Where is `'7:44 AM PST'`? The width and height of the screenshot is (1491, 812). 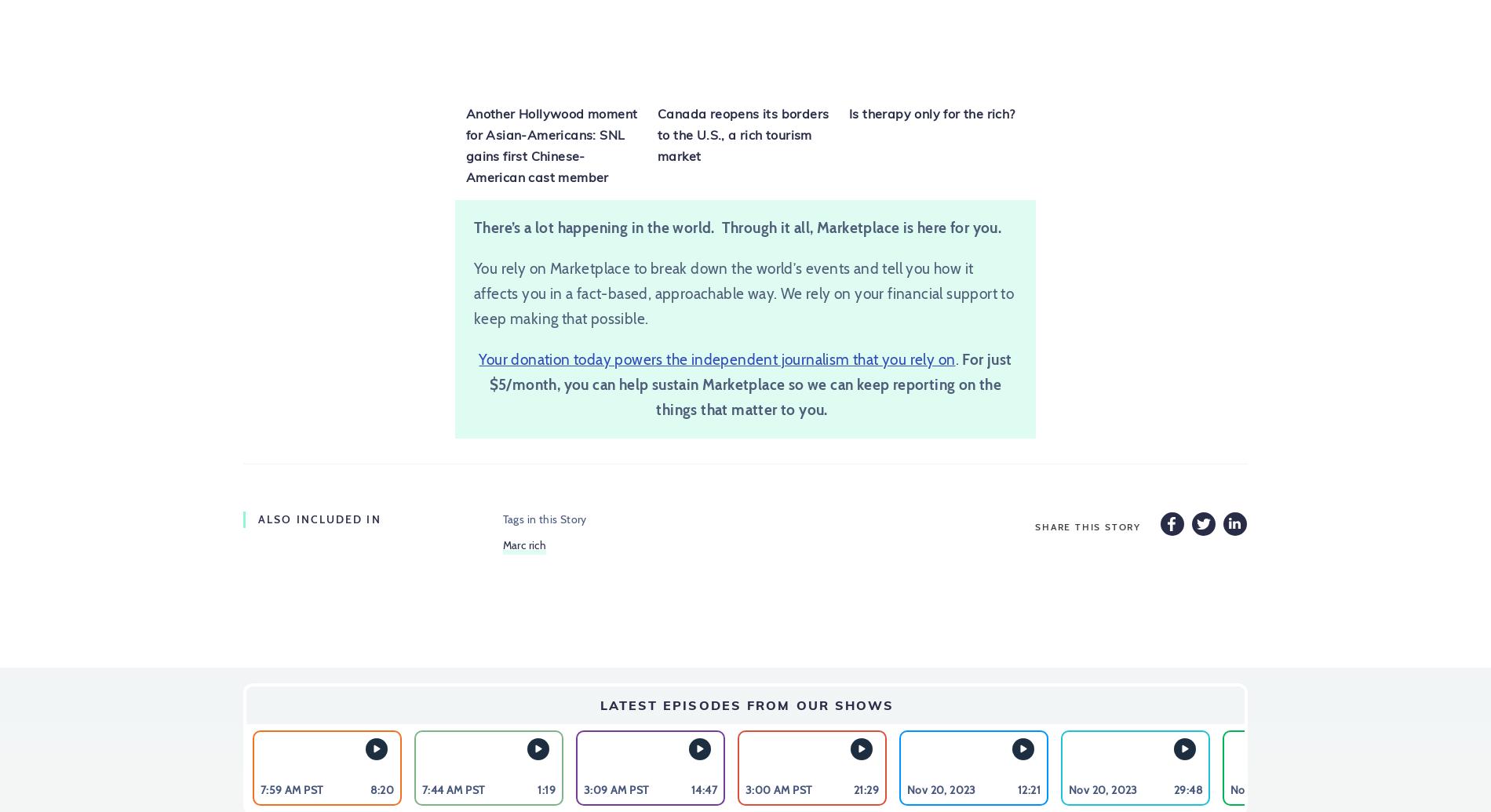
'7:44 AM PST' is located at coordinates (422, 788).